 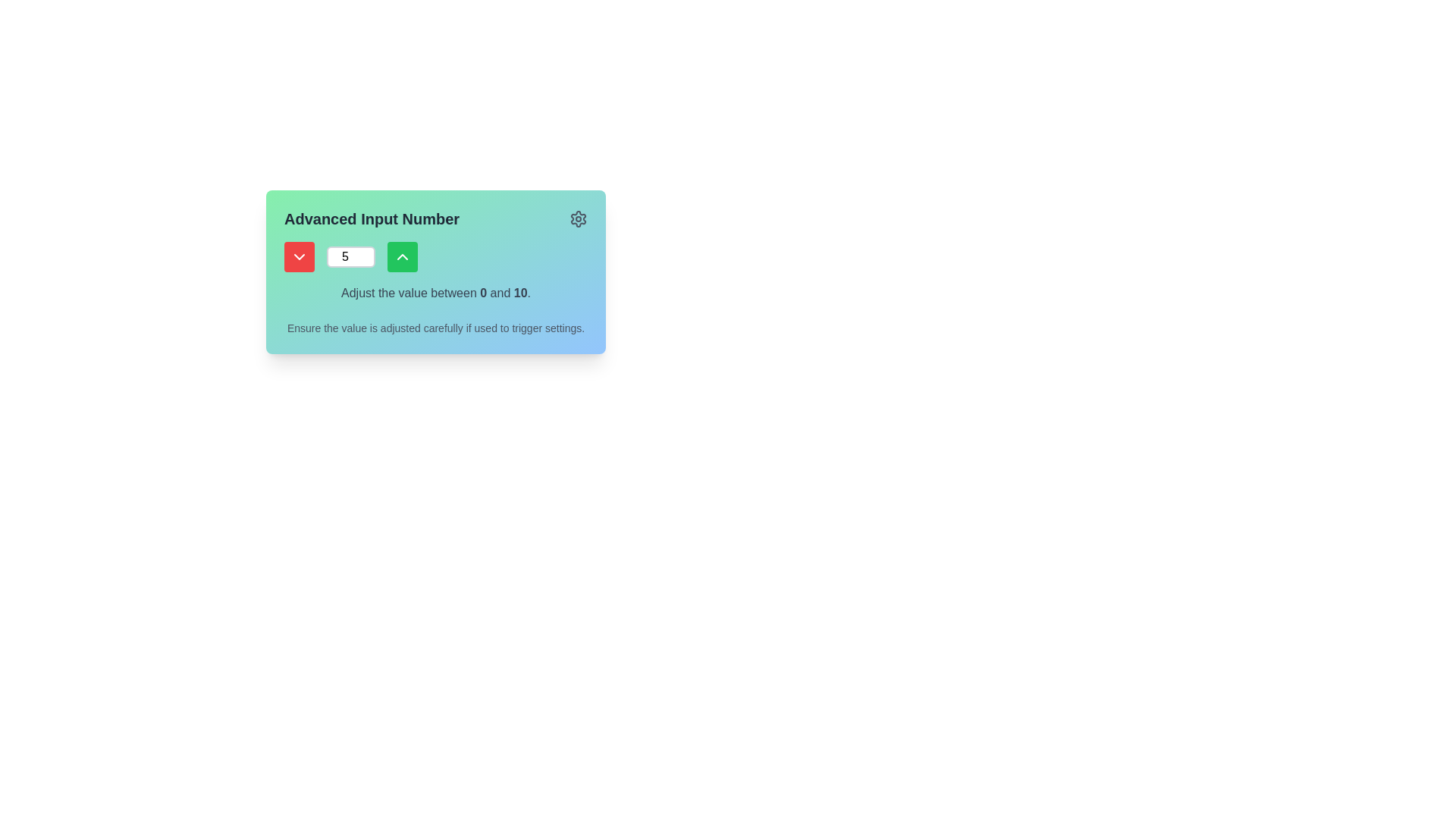 What do you see at coordinates (520, 293) in the screenshot?
I see `the Static Text that displays the maximum value of '10' in the prompt for adjusting a value between 0 and 10` at bounding box center [520, 293].